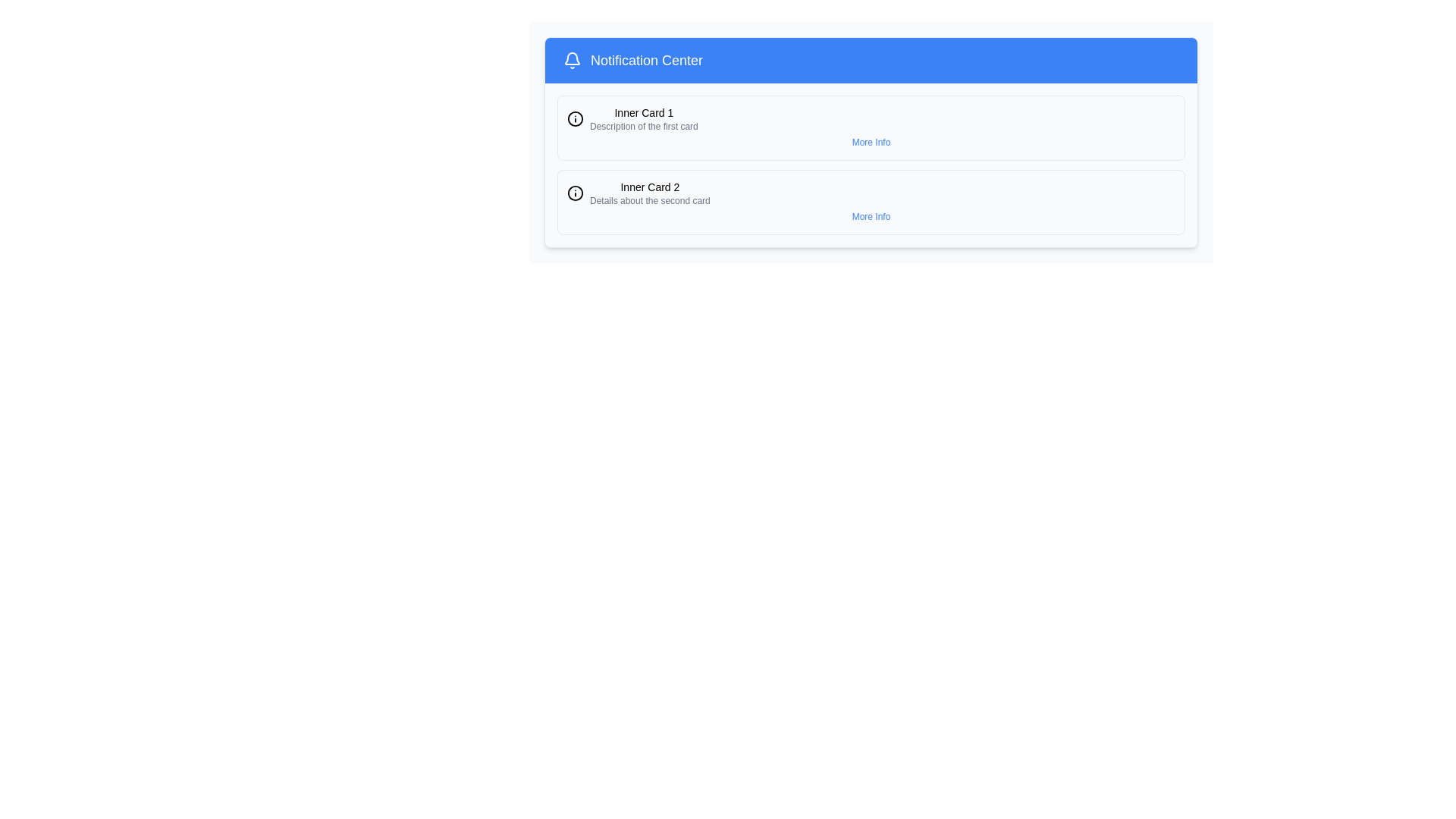 The height and width of the screenshot is (819, 1456). What do you see at coordinates (650, 200) in the screenshot?
I see `the descriptive text element within the 'Inner Card 2' section` at bounding box center [650, 200].